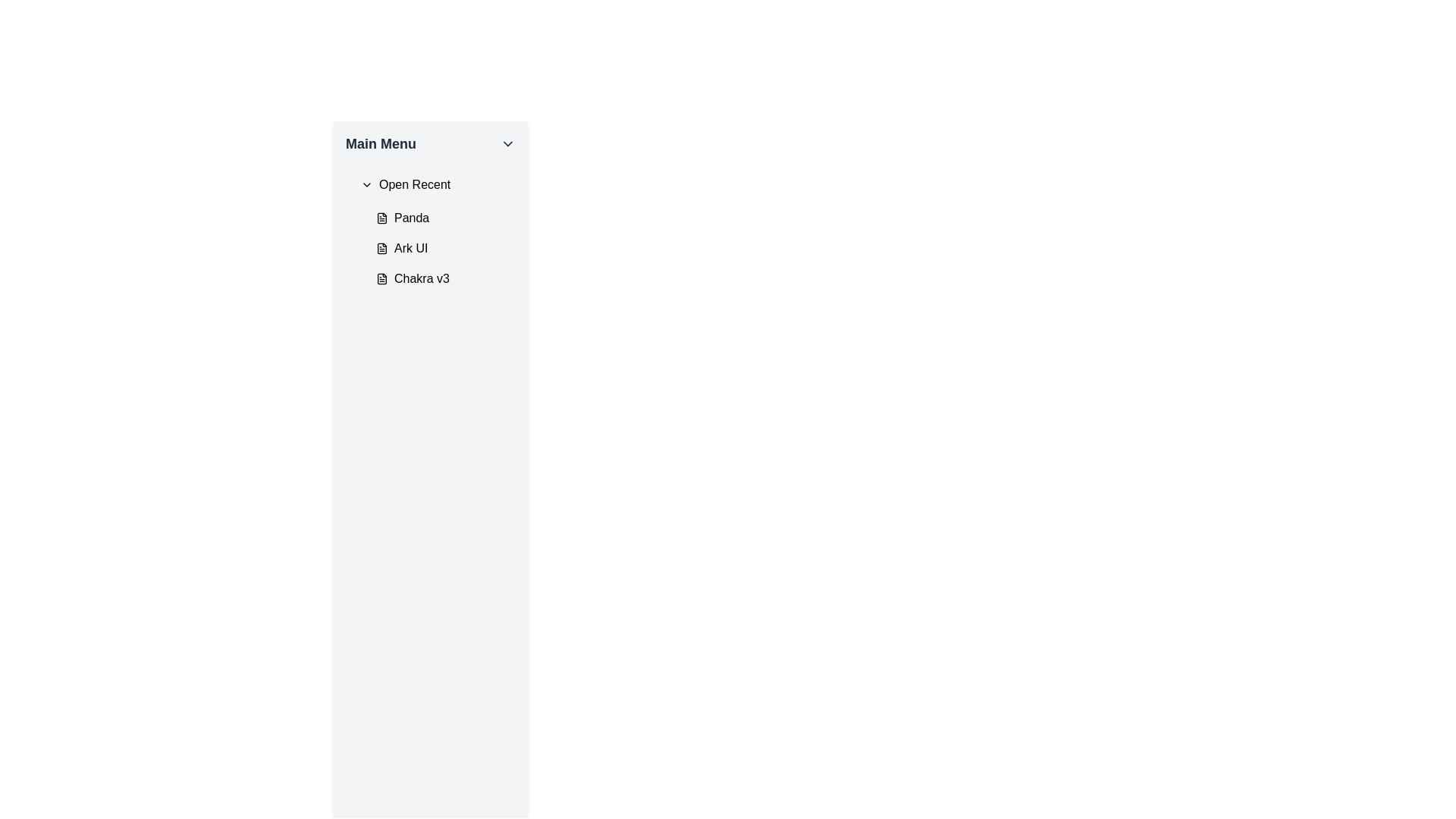 This screenshot has height=819, width=1456. Describe the element at coordinates (447, 247) in the screenshot. I see `the 'Ark UI' menu item located in the middle of three similar items under the 'Open Recent' section of the left-hand sidebar menu` at that location.